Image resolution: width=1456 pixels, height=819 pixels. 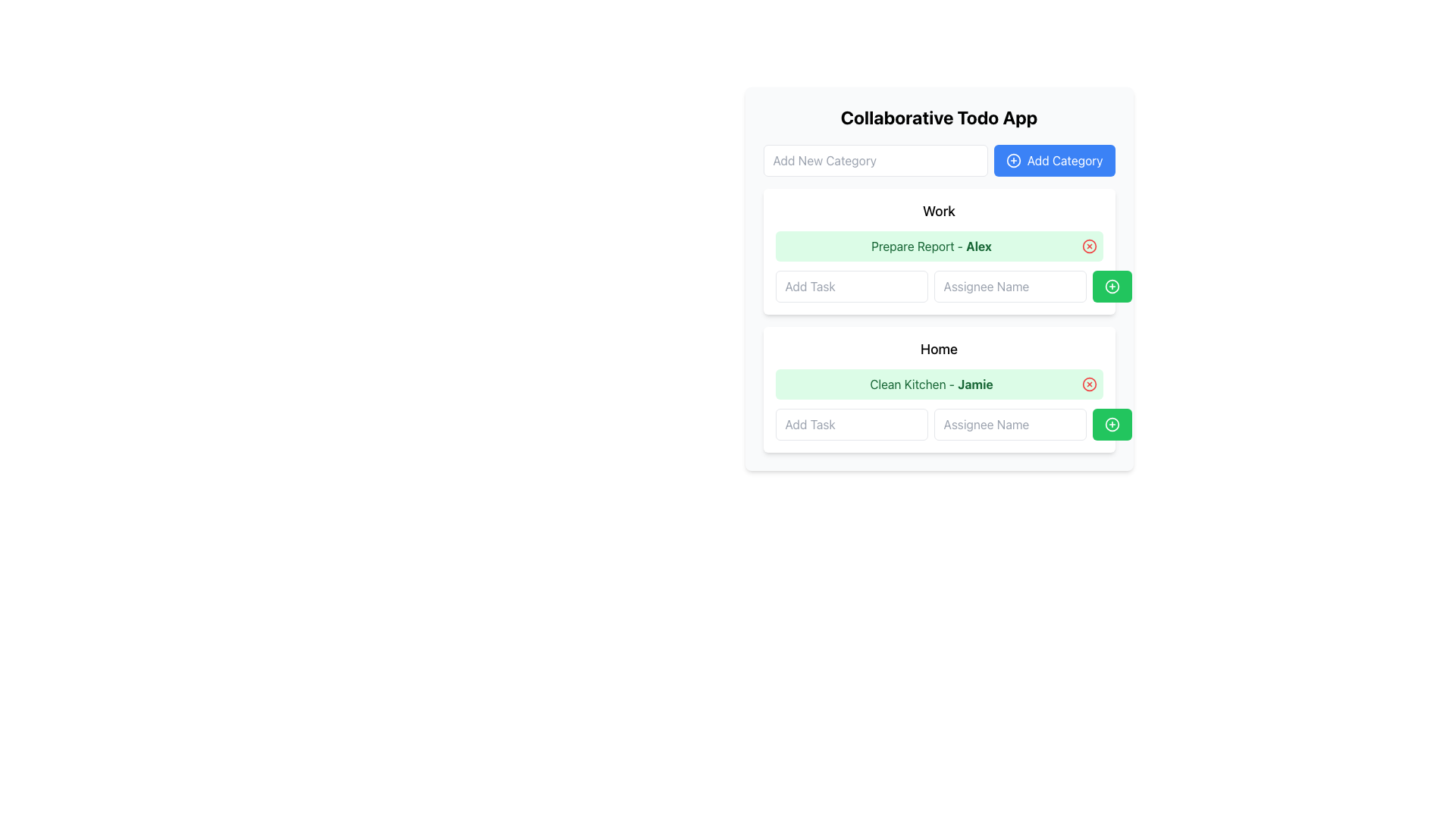 What do you see at coordinates (1112, 424) in the screenshot?
I see `the circular icon button with a central plus sign, which is part of a button group located to the far right under the 'Home' section` at bounding box center [1112, 424].